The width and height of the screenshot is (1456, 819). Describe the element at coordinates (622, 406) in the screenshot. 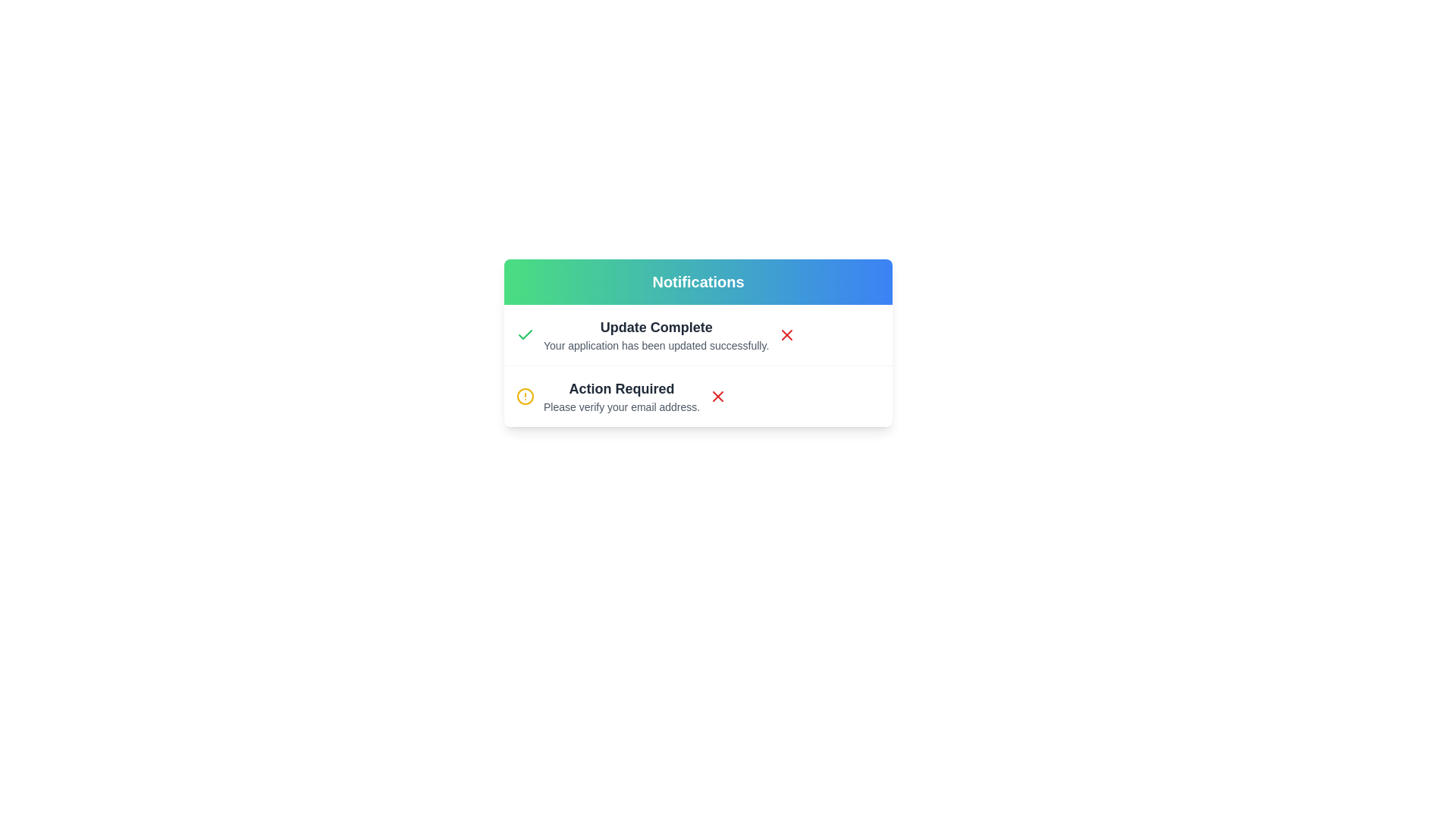

I see `the explanatory text located beneath the 'Action Required' title in the notification card, which guides the user to verify their email address` at that location.